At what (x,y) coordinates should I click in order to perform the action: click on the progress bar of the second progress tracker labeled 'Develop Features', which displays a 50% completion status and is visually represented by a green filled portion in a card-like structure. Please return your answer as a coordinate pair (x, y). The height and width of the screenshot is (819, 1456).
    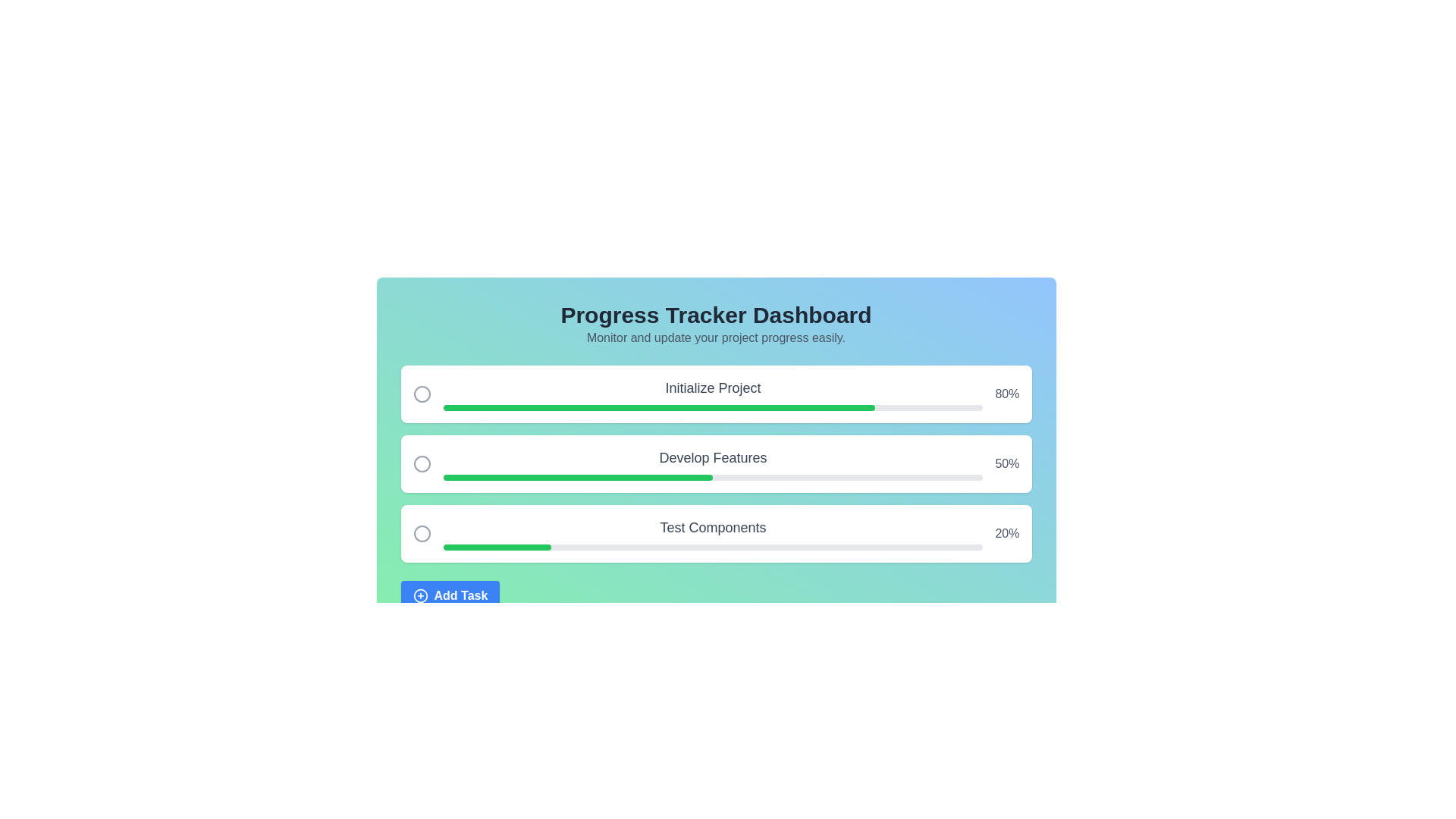
    Looking at the image, I should click on (715, 463).